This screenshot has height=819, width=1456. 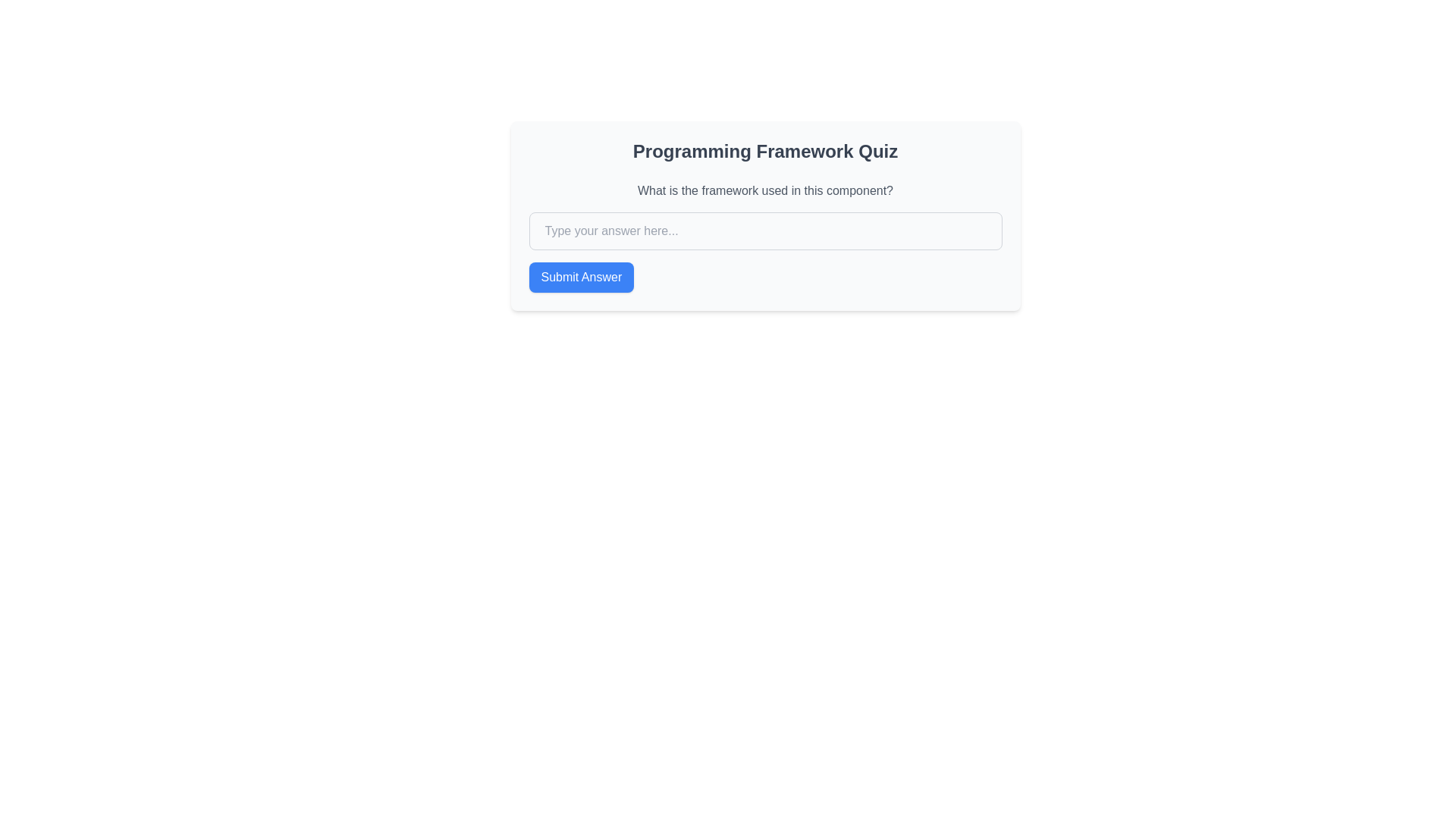 I want to click on the submit button located at the bottom of the quiz interface, below the input field with the placeholder 'Type your answer here...', to observe the hover effects, so click(x=580, y=278).